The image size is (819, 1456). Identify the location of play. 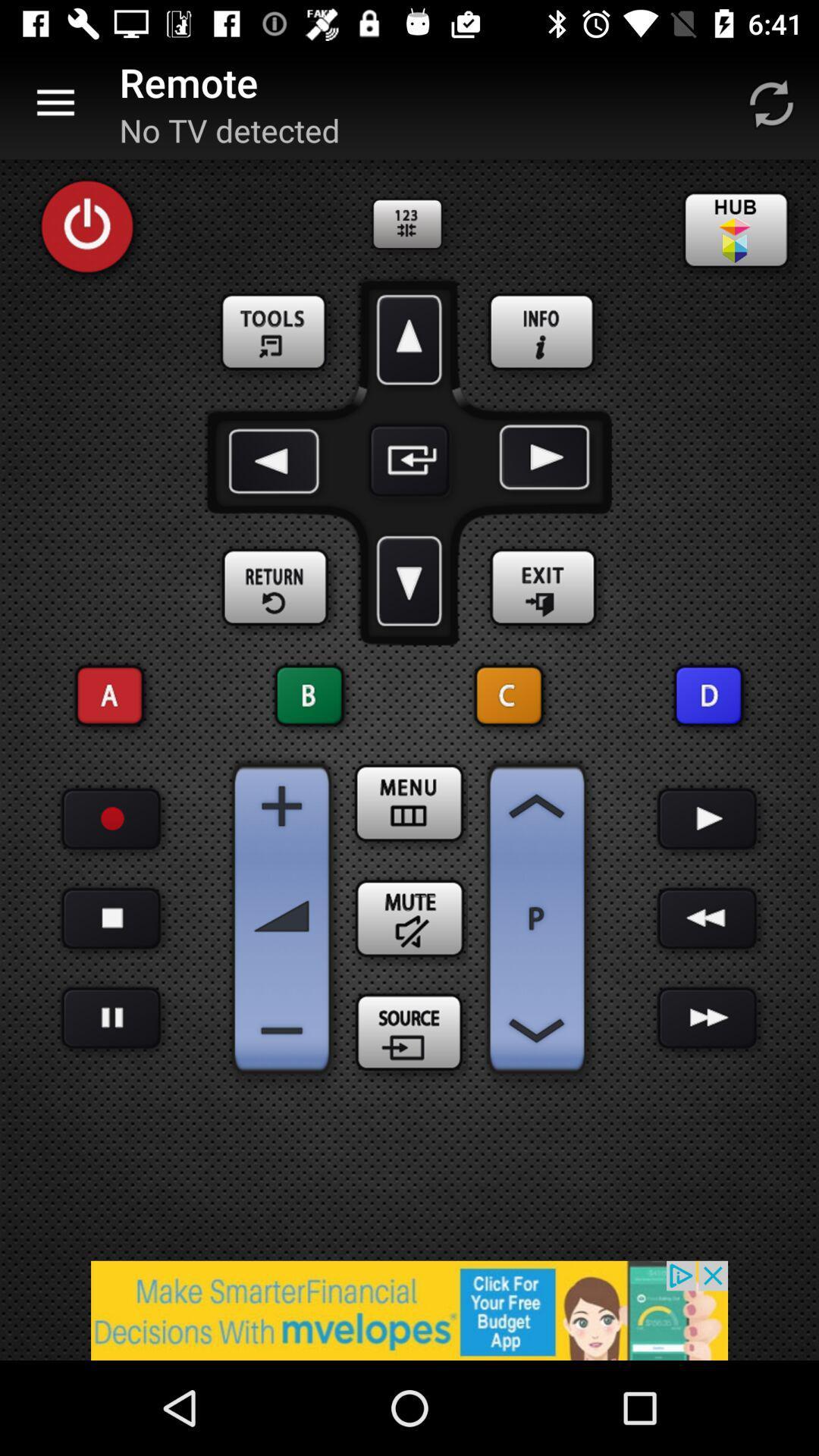
(708, 818).